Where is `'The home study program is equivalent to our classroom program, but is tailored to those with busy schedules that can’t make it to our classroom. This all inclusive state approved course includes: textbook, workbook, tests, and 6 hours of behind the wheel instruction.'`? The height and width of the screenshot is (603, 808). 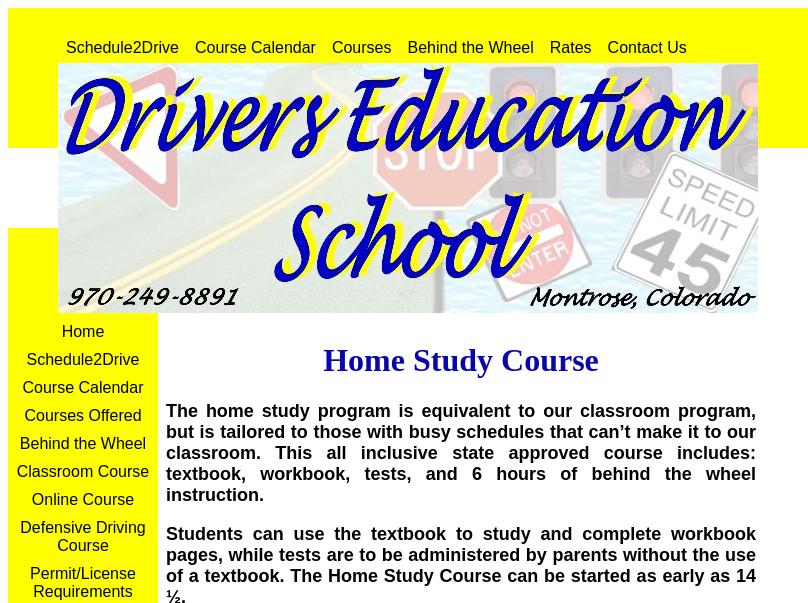 'The home study program is equivalent to our classroom program, but is tailored to those with busy schedules that can’t make it to our classroom. This all inclusive state approved course includes: textbook, workbook, tests, and 6 hours of behind the wheel instruction.' is located at coordinates (460, 451).